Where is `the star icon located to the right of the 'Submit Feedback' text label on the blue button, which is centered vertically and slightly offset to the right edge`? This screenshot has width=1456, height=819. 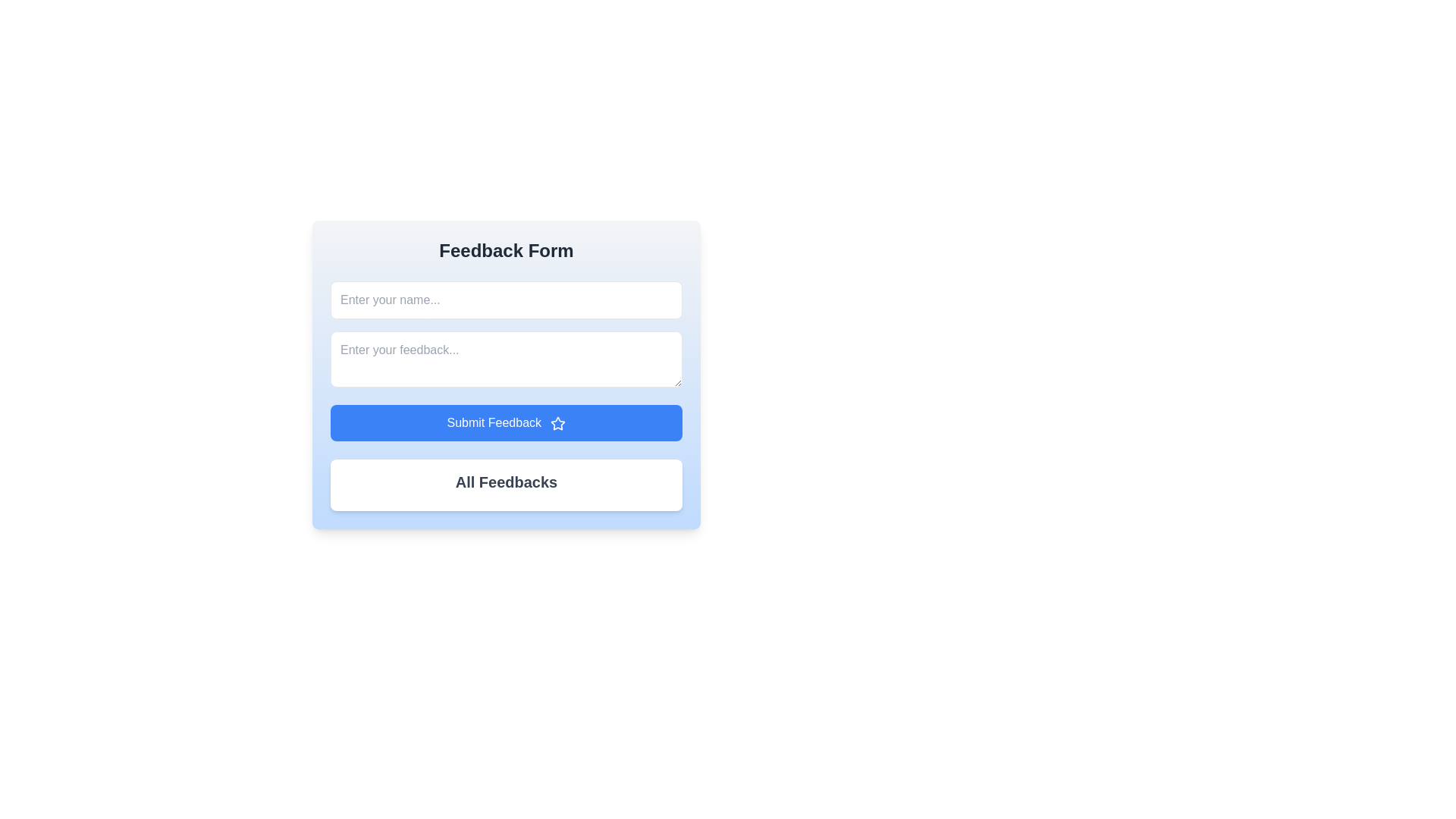 the star icon located to the right of the 'Submit Feedback' text label on the blue button, which is centered vertically and slightly offset to the right edge is located at coordinates (557, 423).